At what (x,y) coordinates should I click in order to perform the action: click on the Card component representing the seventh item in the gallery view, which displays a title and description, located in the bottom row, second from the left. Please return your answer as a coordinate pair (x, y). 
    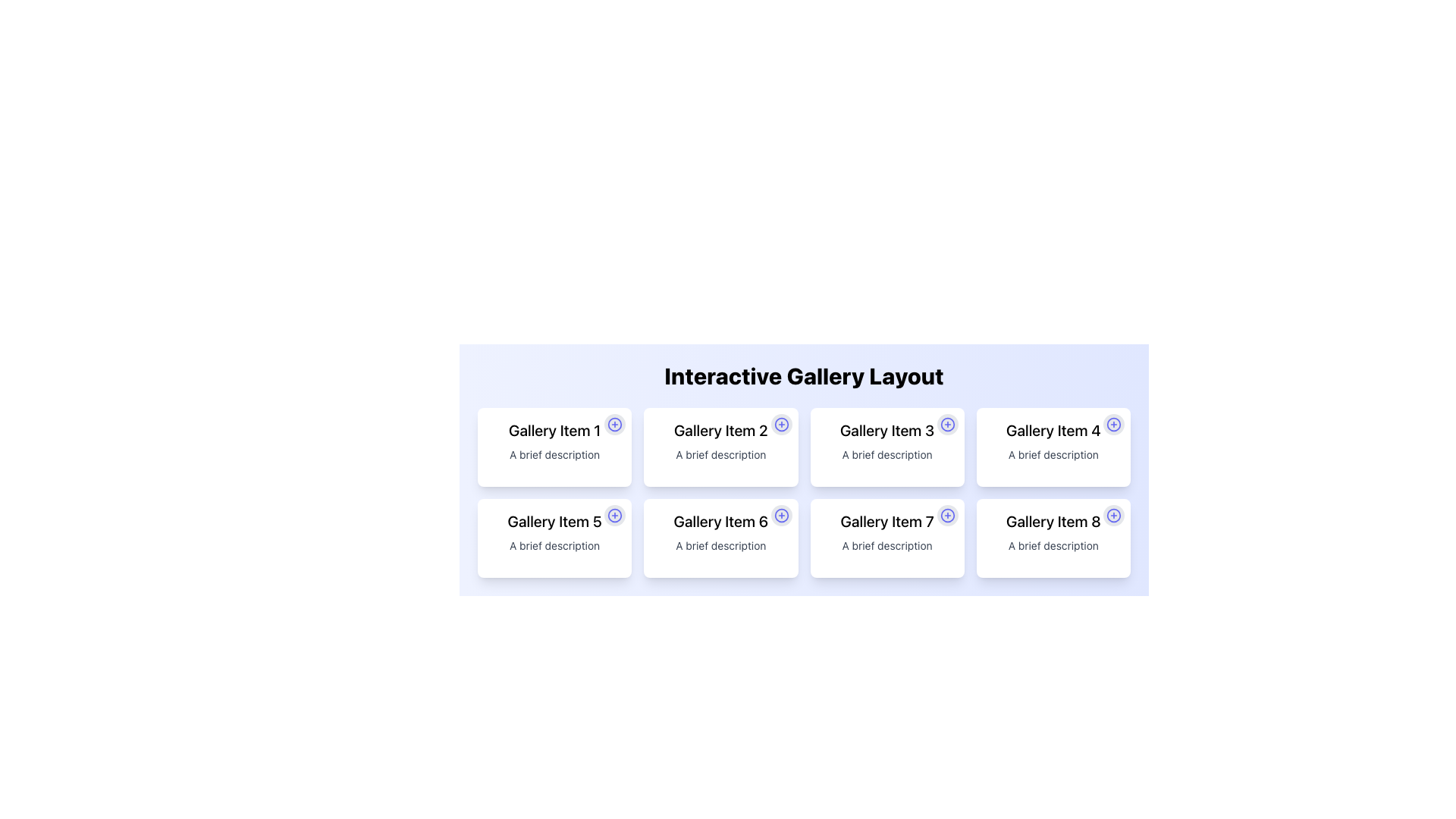
    Looking at the image, I should click on (887, 537).